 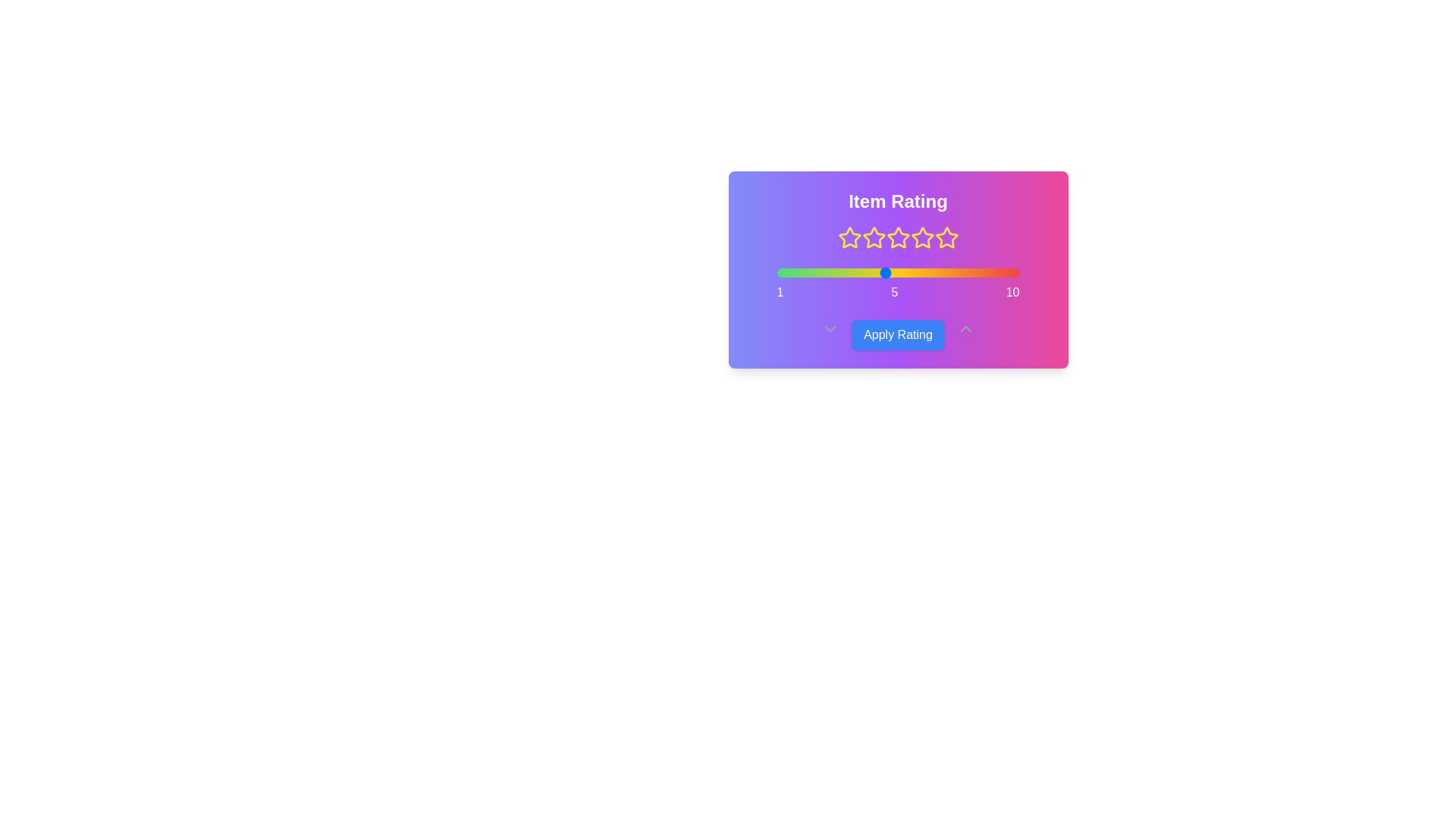 What do you see at coordinates (937, 271) in the screenshot?
I see `the slider to set the rating to 7` at bounding box center [937, 271].